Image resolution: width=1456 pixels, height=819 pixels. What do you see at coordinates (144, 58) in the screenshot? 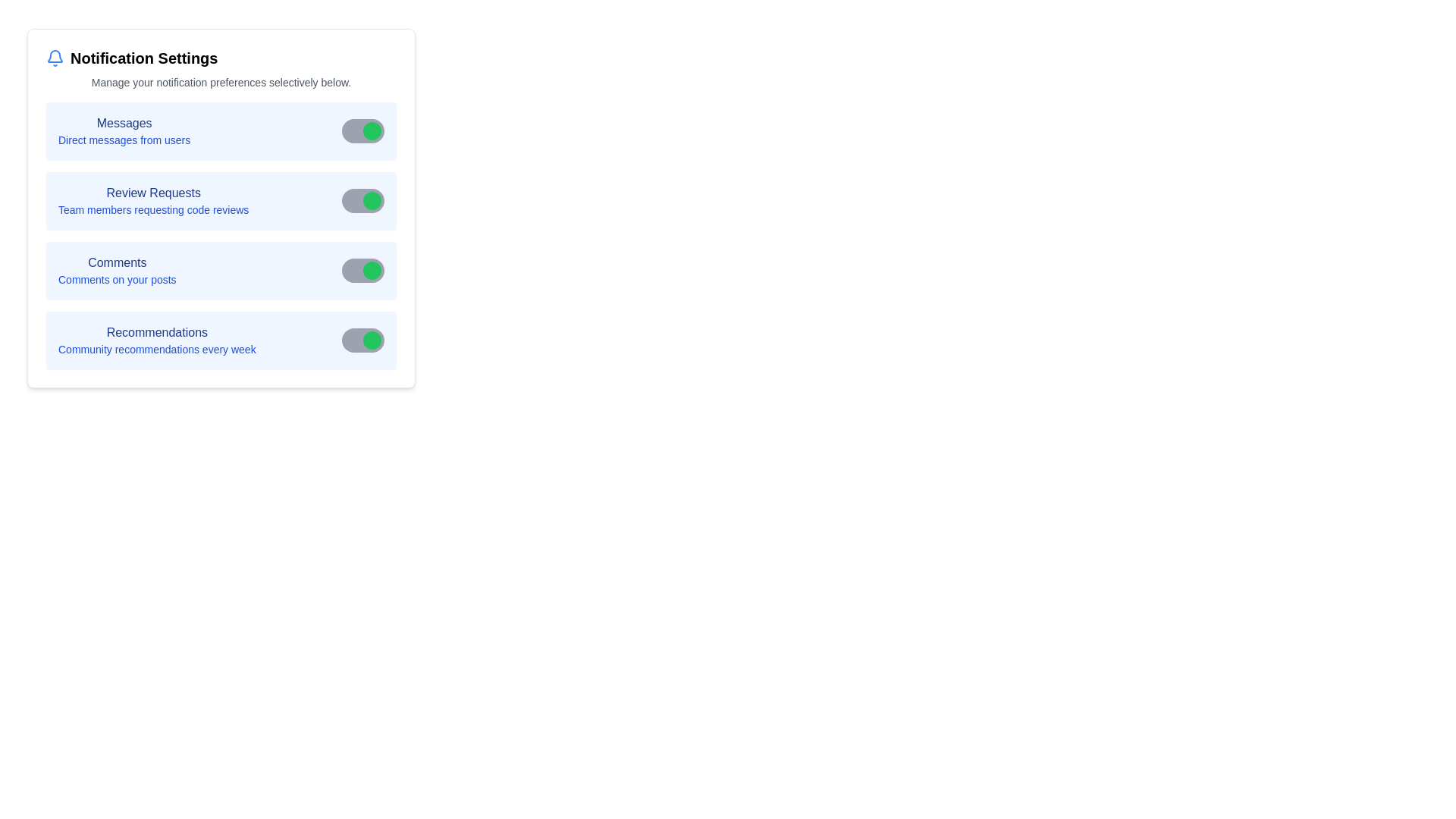
I see `the notification settings section title text label located at the top left of the settings area to access nearby interactive elements` at bounding box center [144, 58].